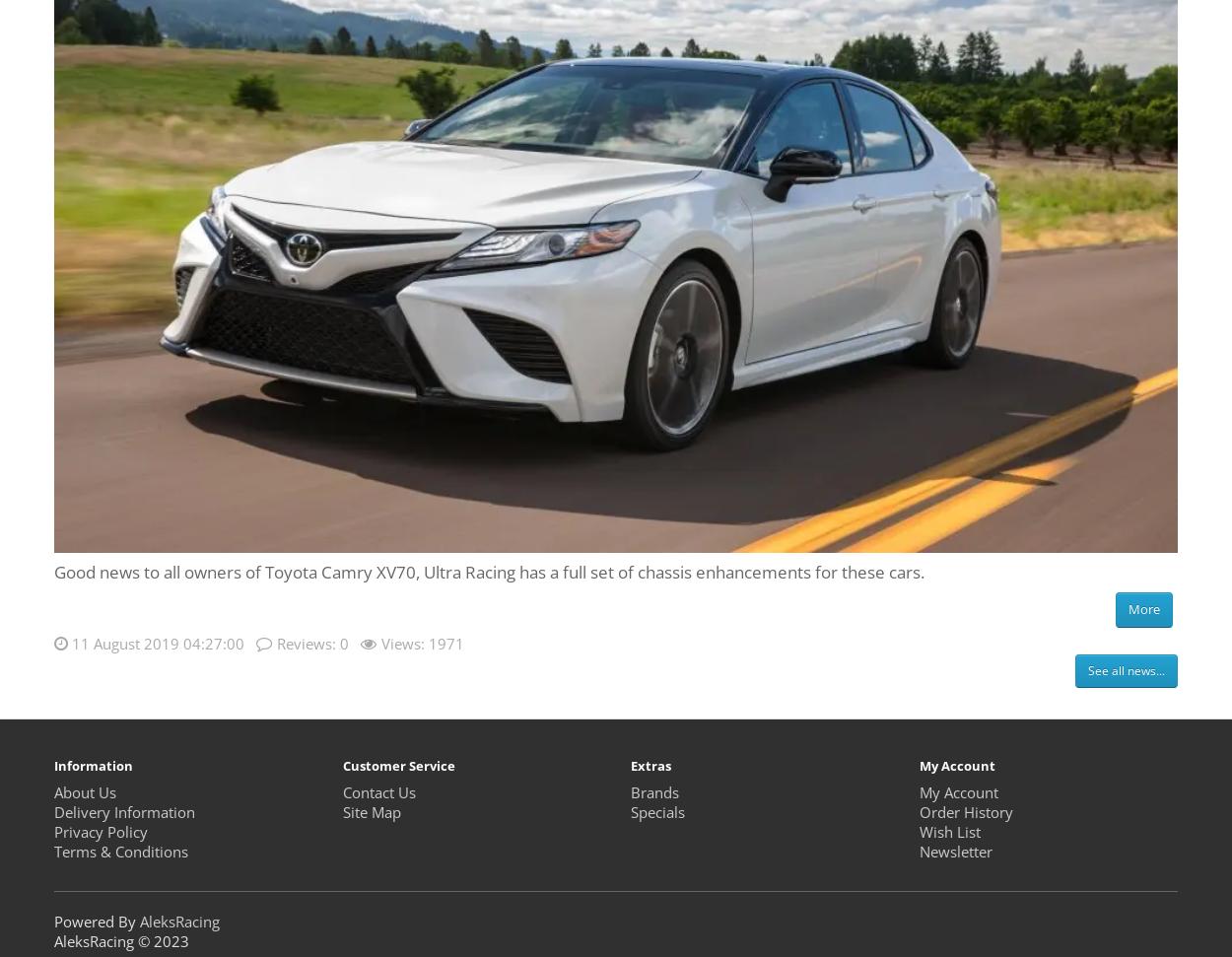 The width and height of the screenshot is (1232, 957). Describe the element at coordinates (179, 920) in the screenshot. I see `'AleksRacing'` at that location.